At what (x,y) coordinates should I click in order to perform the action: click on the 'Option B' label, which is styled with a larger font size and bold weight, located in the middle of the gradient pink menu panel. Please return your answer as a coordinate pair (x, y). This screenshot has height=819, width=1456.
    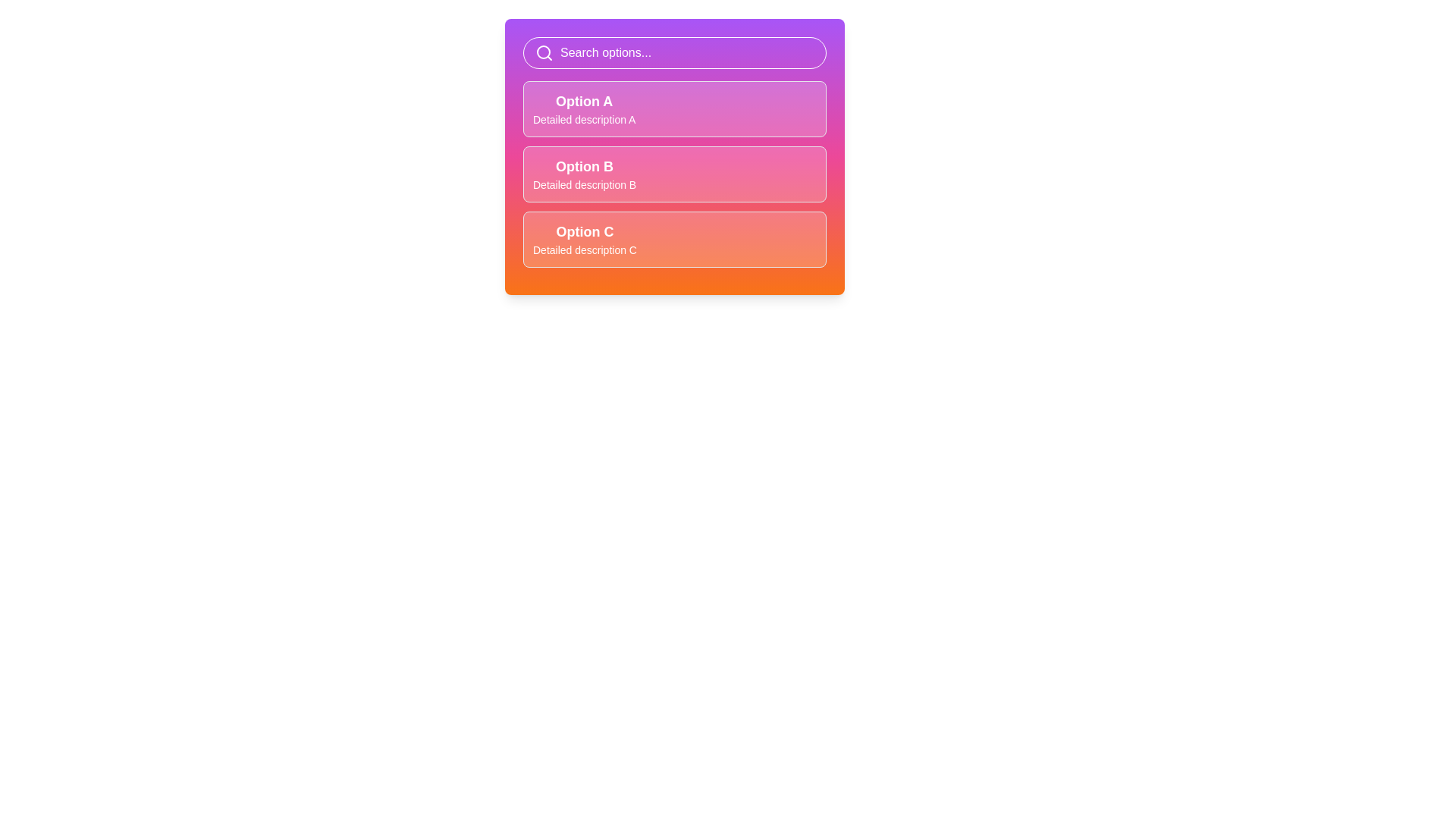
    Looking at the image, I should click on (584, 166).